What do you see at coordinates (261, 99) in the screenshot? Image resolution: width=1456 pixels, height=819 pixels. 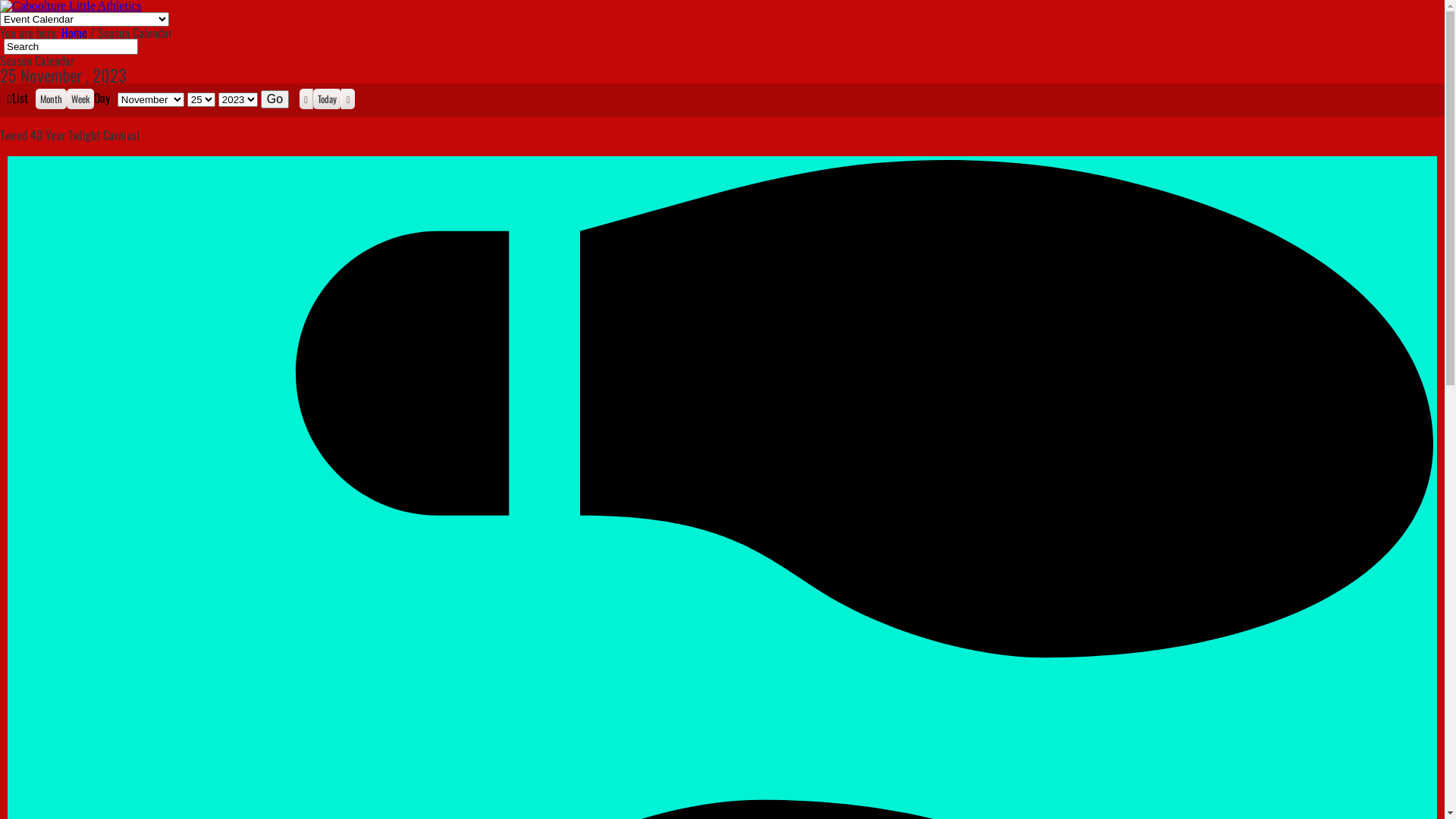 I see `'Go'` at bounding box center [261, 99].